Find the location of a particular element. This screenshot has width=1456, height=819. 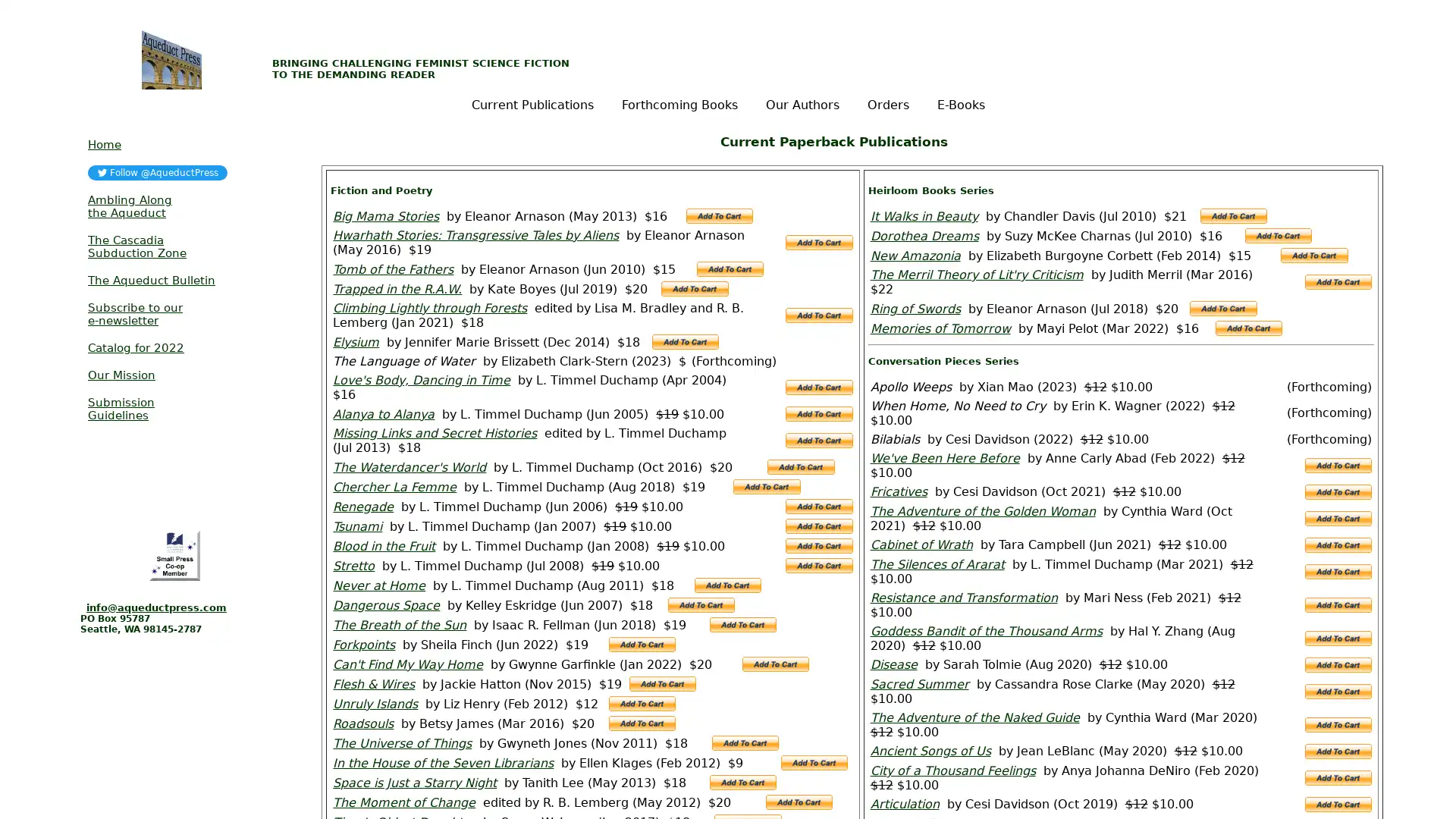

Make payments with PayPal - it\'s fast, free and secure! is located at coordinates (742, 783).